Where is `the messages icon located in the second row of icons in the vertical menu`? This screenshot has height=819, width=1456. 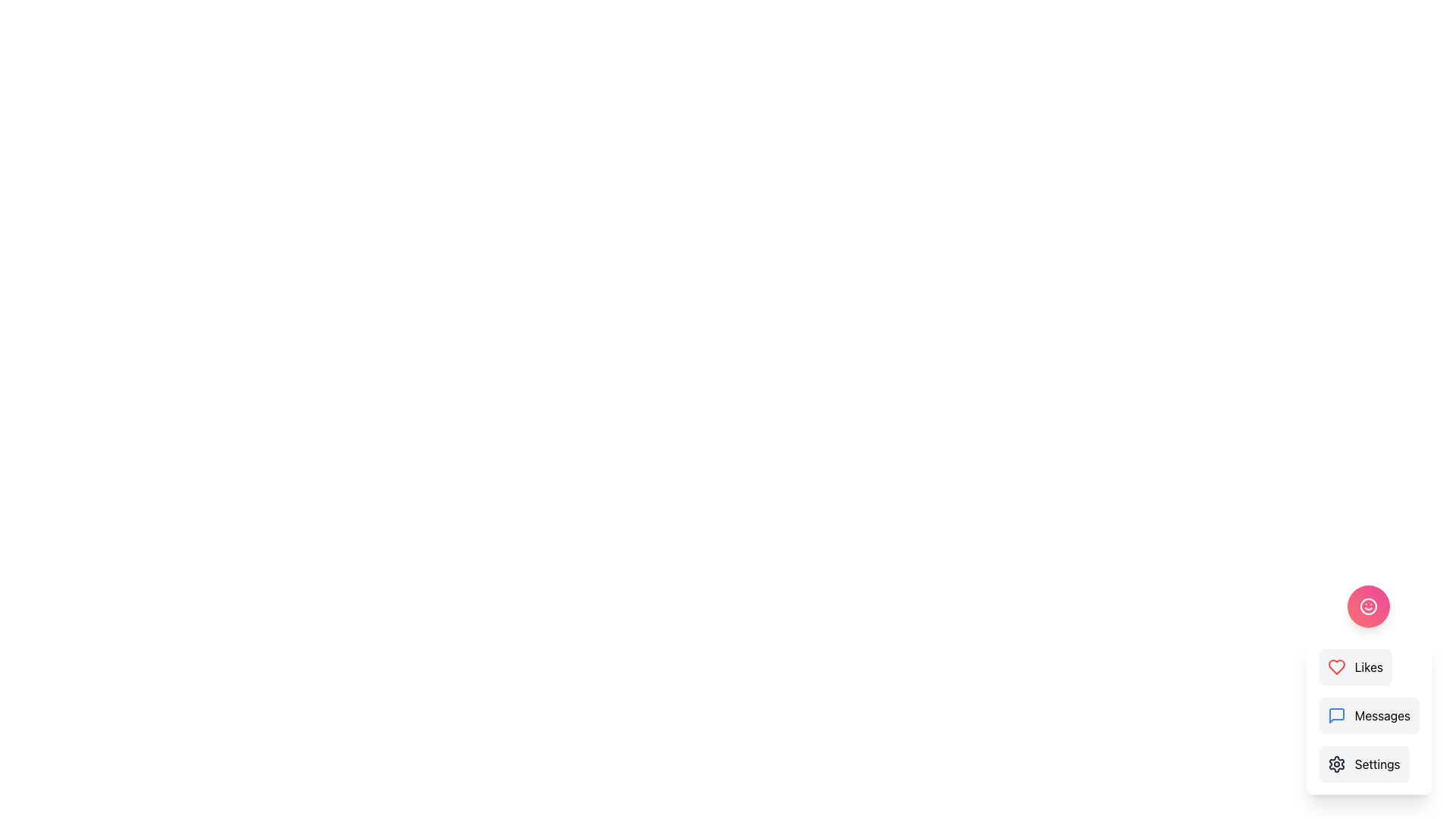 the messages icon located in the second row of icons in the vertical menu is located at coordinates (1336, 716).